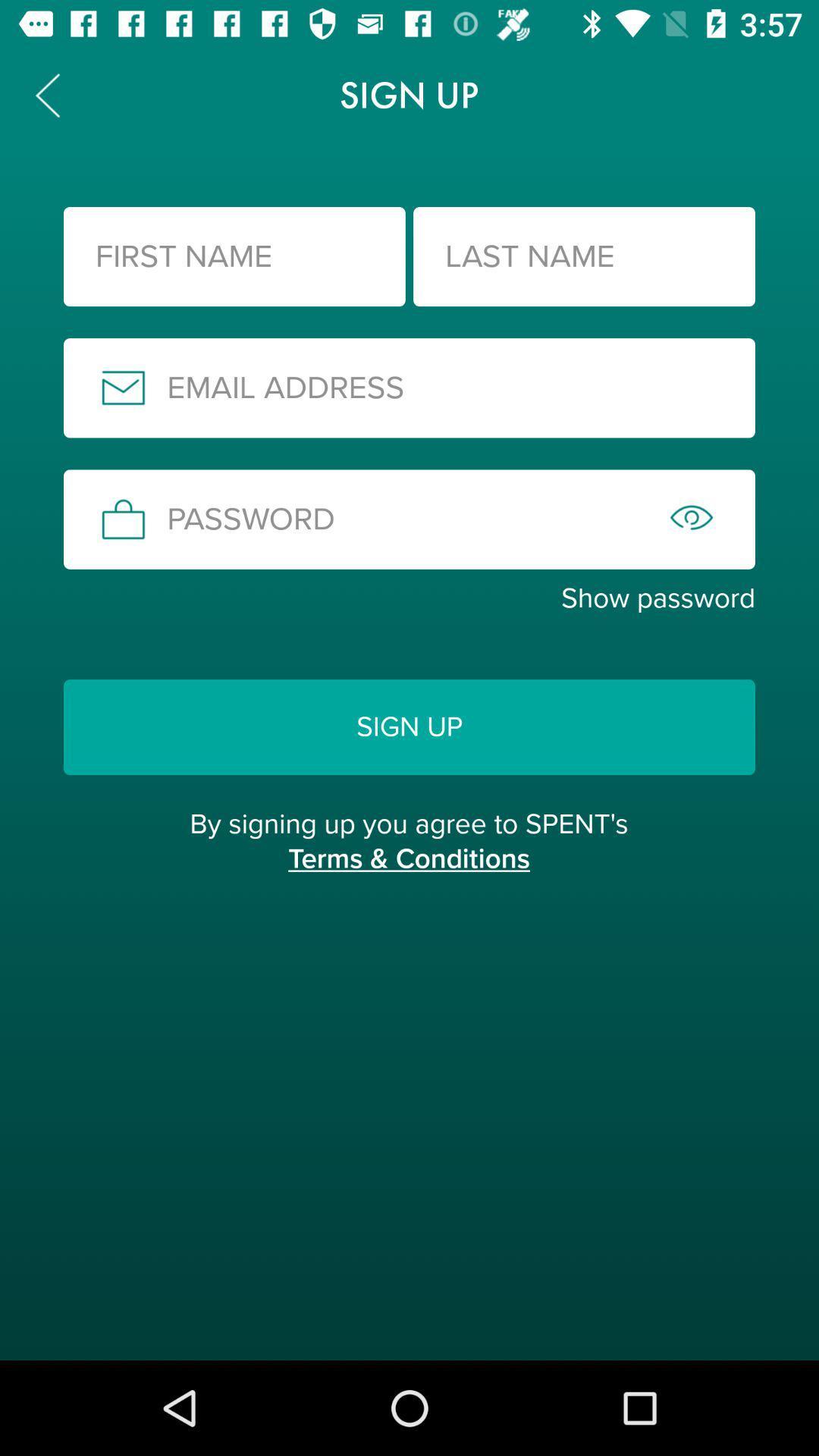 Image resolution: width=819 pixels, height=1456 pixels. What do you see at coordinates (234, 256) in the screenshot?
I see `open keyboard to enter name` at bounding box center [234, 256].